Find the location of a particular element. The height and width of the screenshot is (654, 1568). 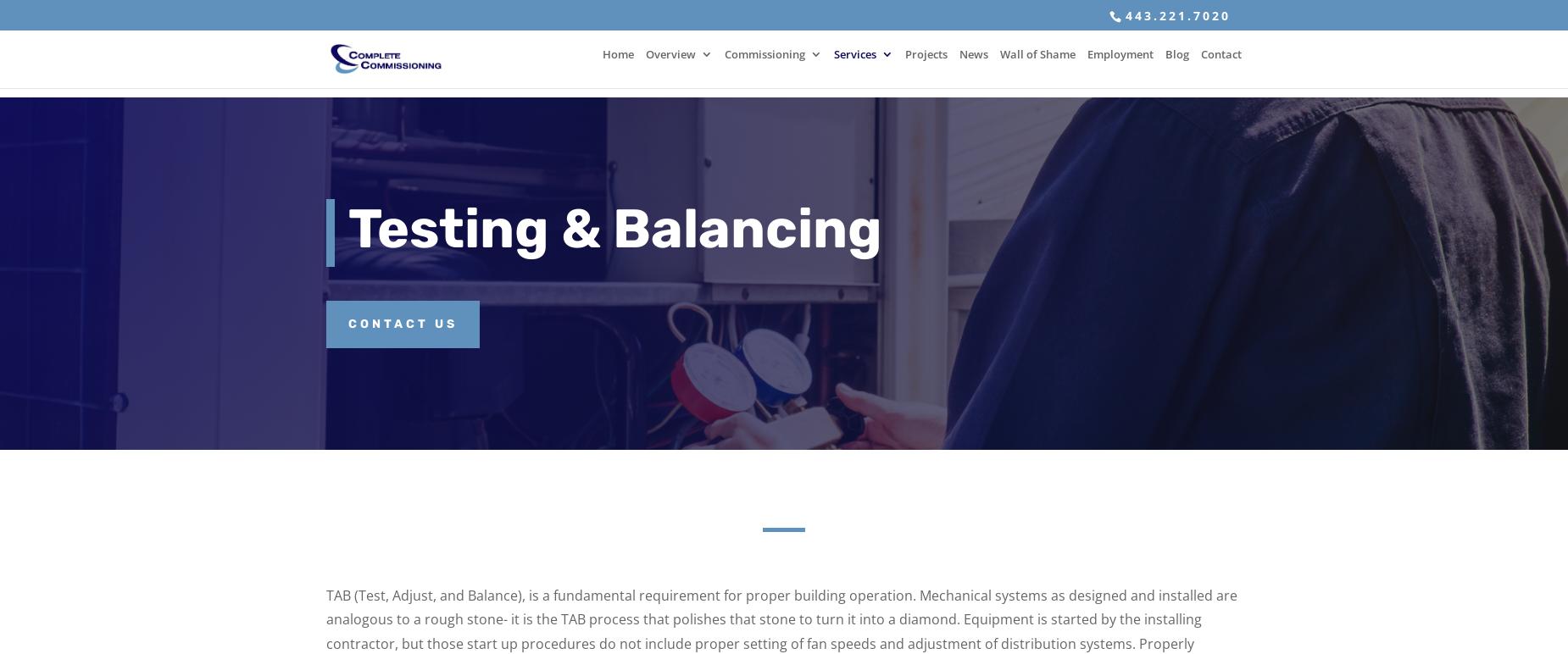

'News' is located at coordinates (973, 64).